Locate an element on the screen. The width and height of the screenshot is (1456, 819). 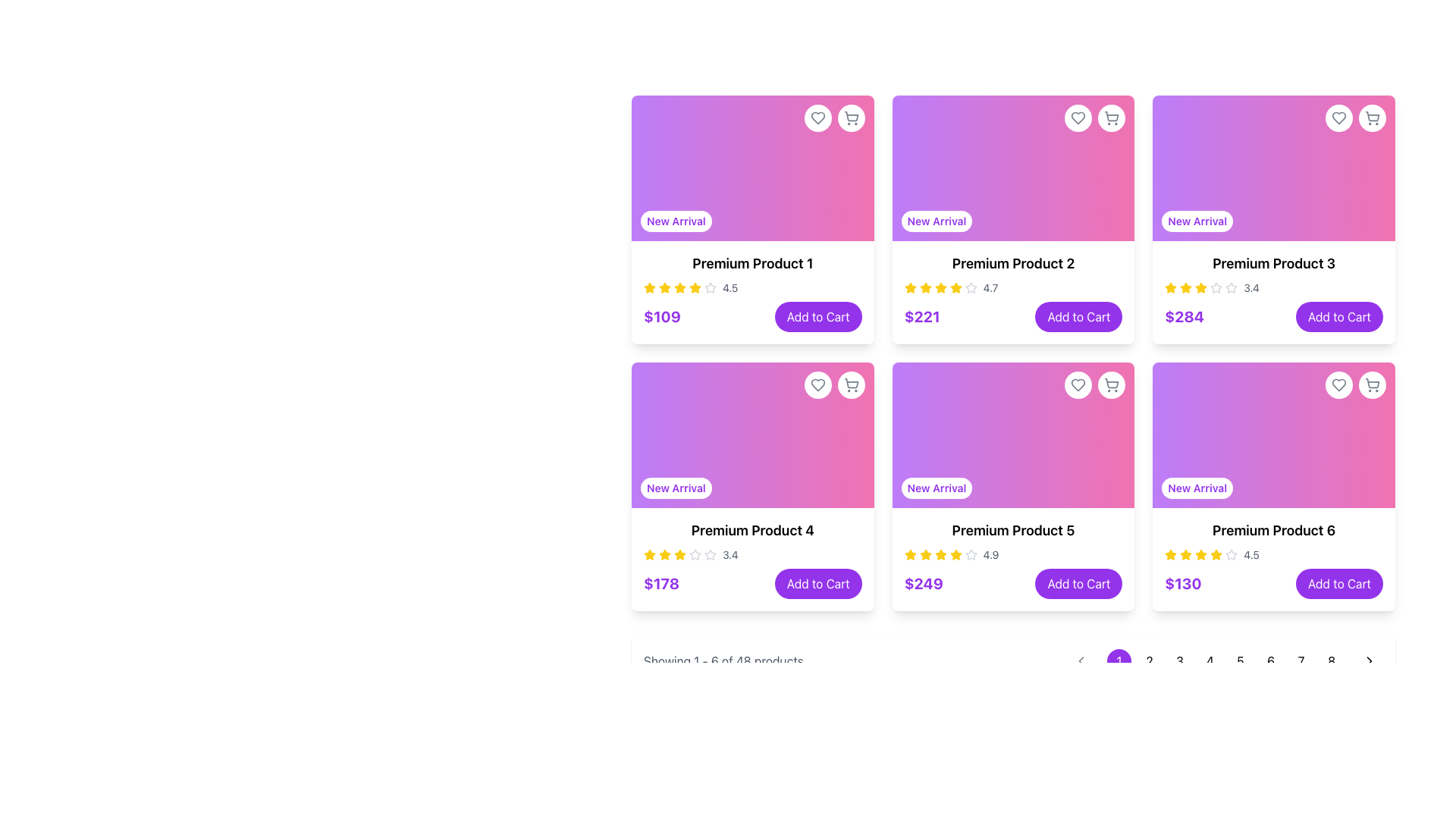
the shopping cart icon in the top-right corner of the sixth product card is located at coordinates (1355, 384).